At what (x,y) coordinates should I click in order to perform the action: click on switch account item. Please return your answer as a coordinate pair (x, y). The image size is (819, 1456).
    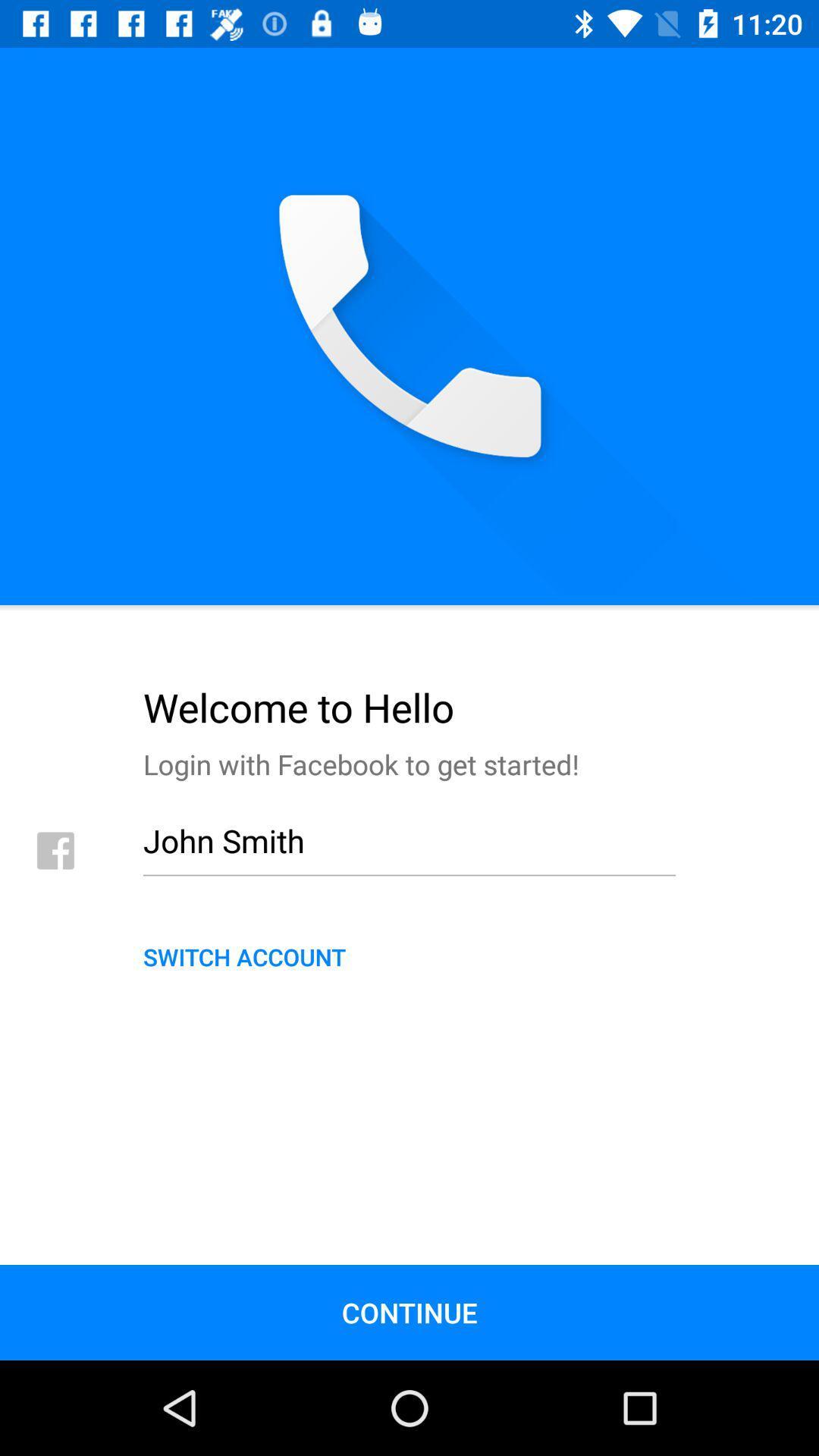
    Looking at the image, I should click on (409, 955).